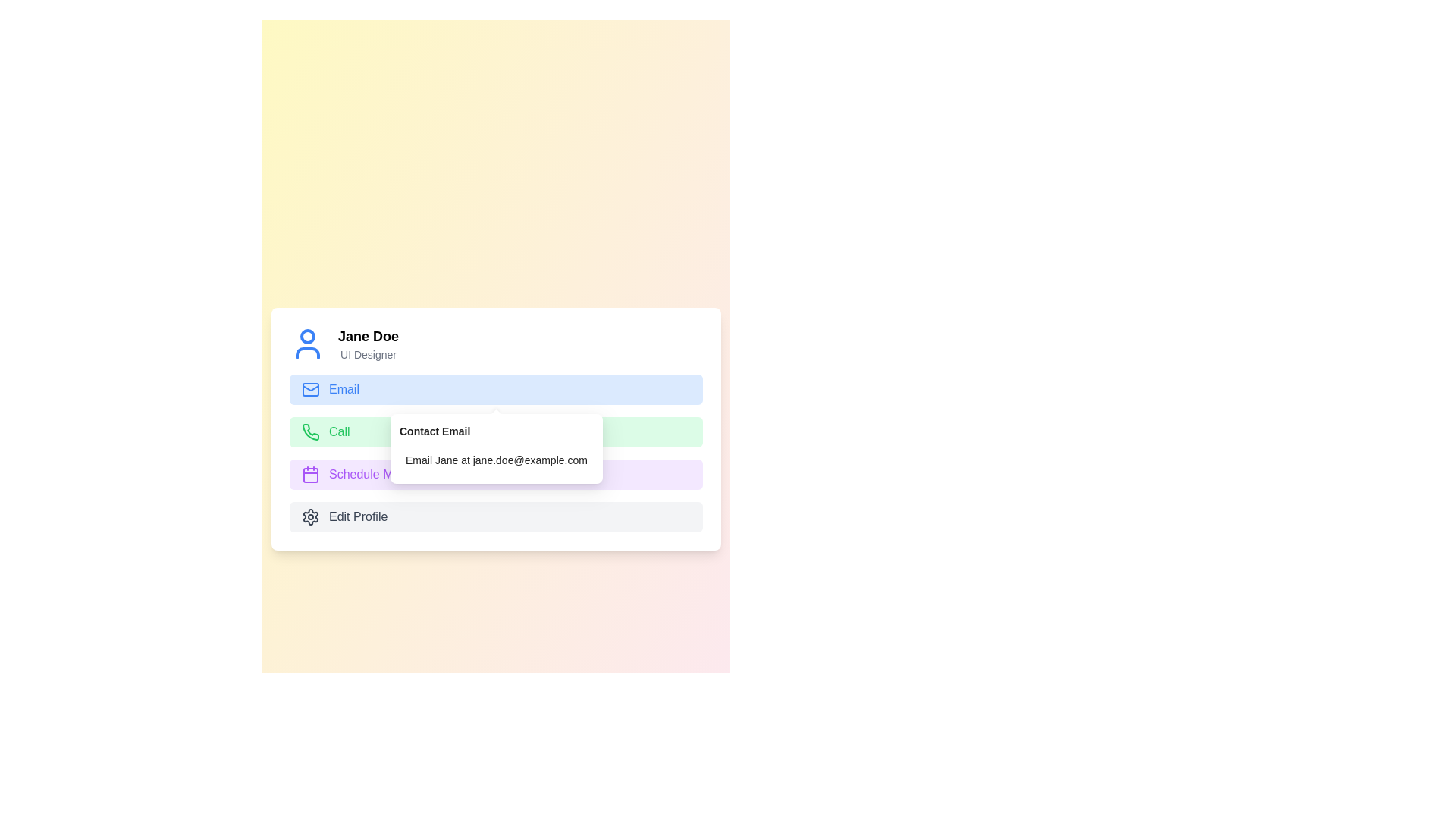  Describe the element at coordinates (496, 344) in the screenshot. I see `the Profile information display located above the interactive buttons in the user card section, which shows the name and title of the individual` at that location.